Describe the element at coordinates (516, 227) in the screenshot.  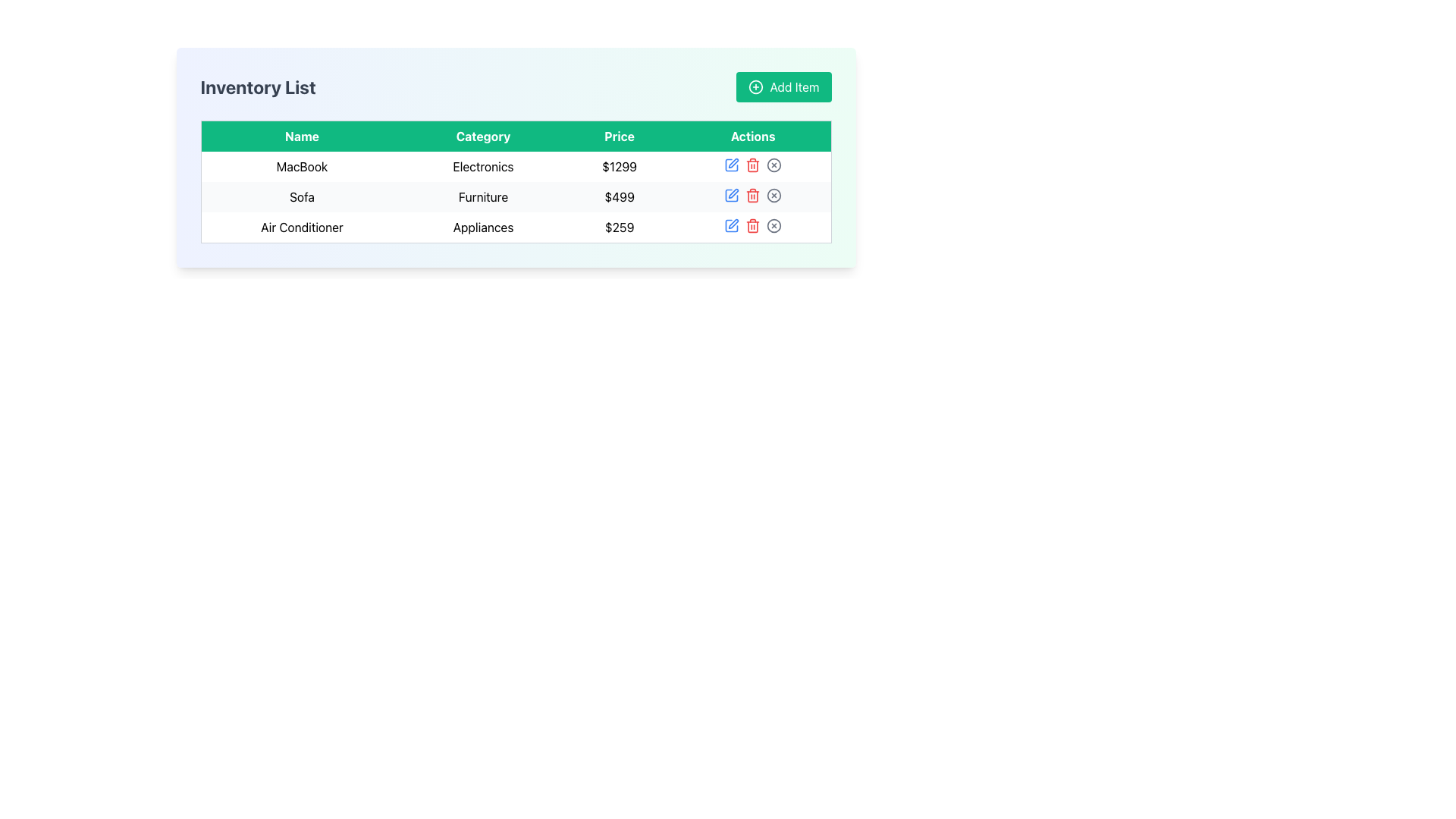
I see `the third row in the inventory list displaying details for the item 'Air Conditioner', which includes its name, category, and price` at that location.